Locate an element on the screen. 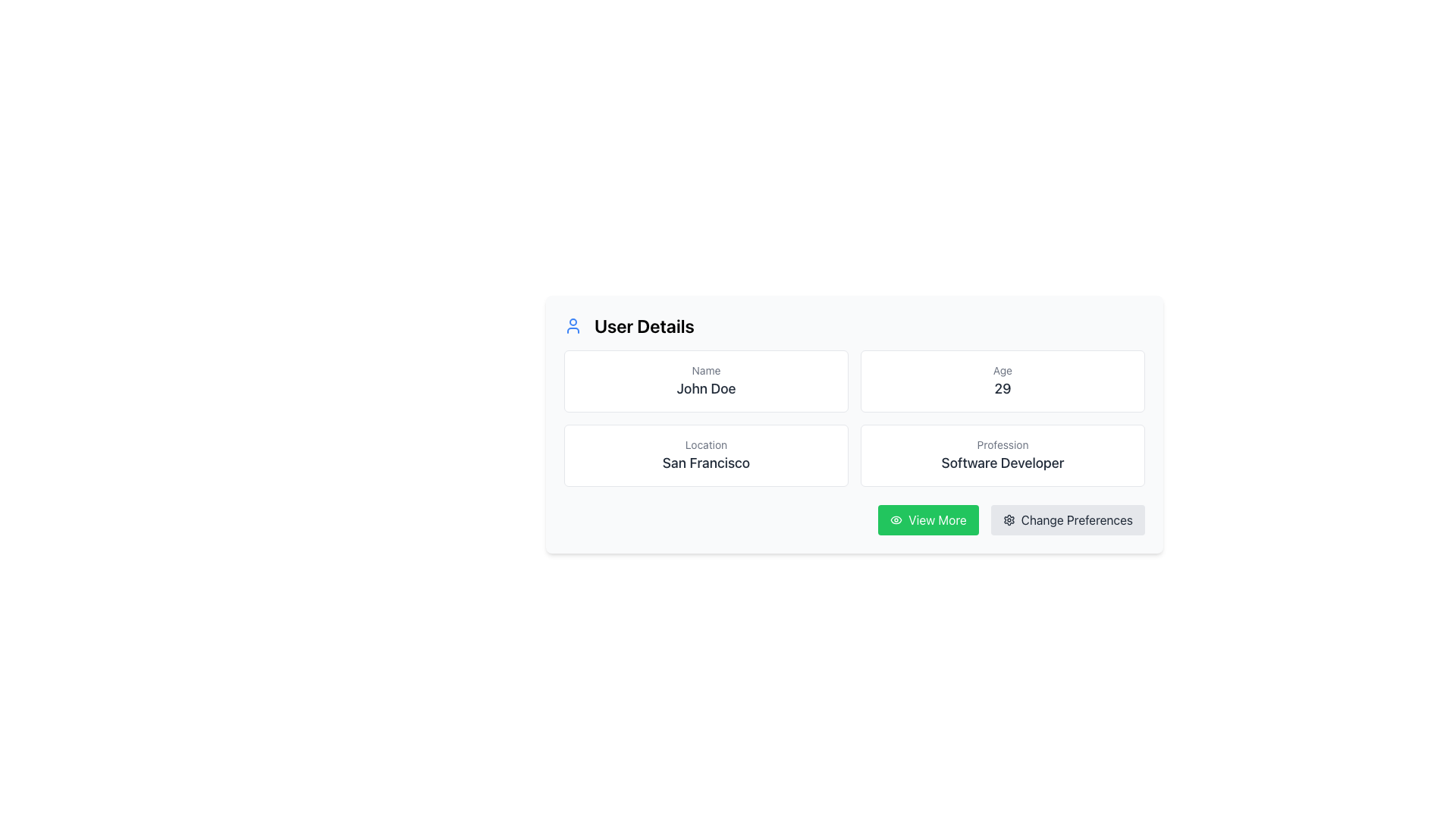 This screenshot has height=819, width=1456. the text label displaying the number '29' in bold font, which is located in the 'Age' card at the top-right of the grid is located at coordinates (1003, 388).